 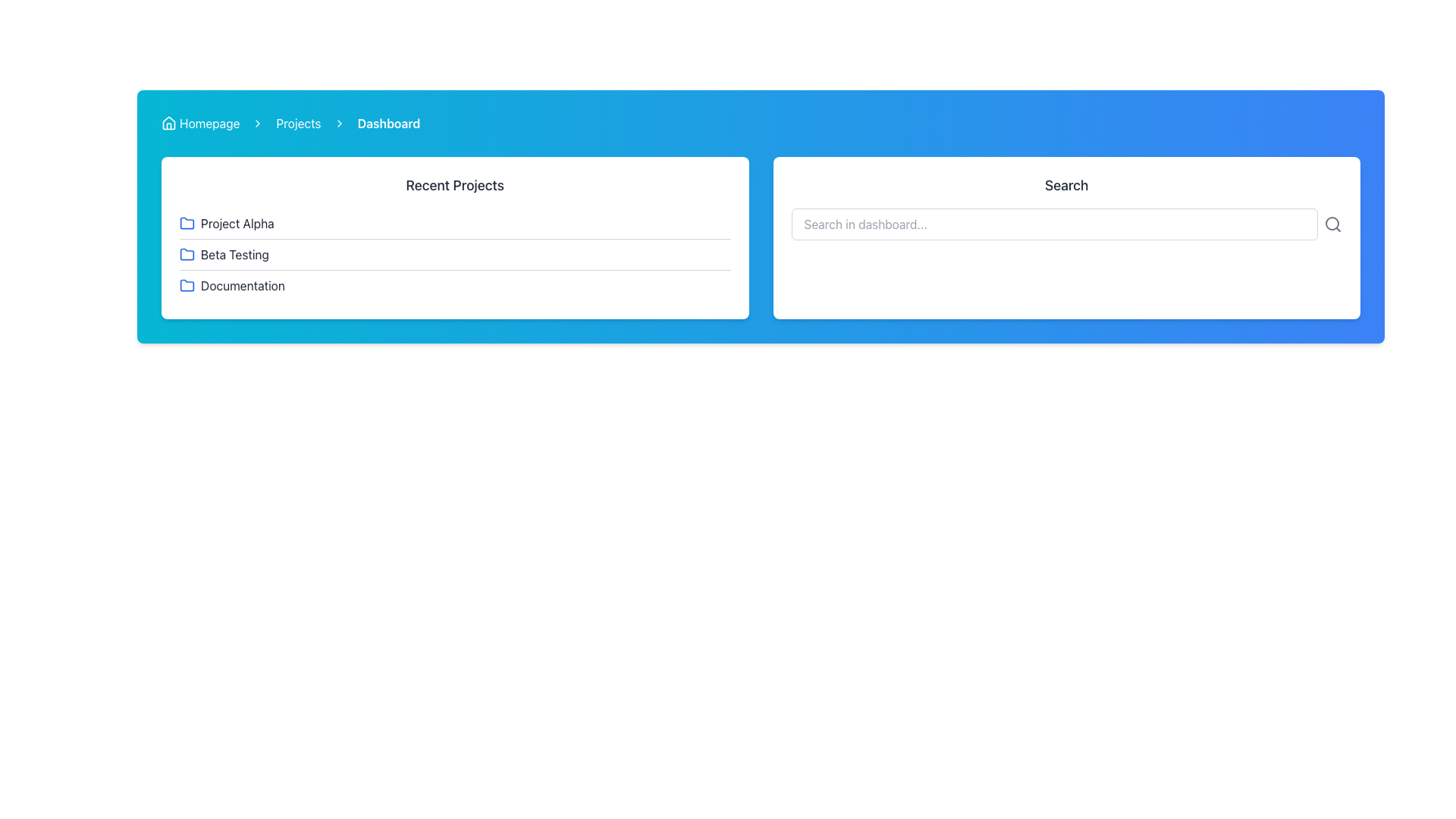 I want to click on the right-facing chevron icon in the breadcrumb navigation bar, which is the third chevron icon between the 'Projects' link and the 'Dashboard' label, so click(x=338, y=122).